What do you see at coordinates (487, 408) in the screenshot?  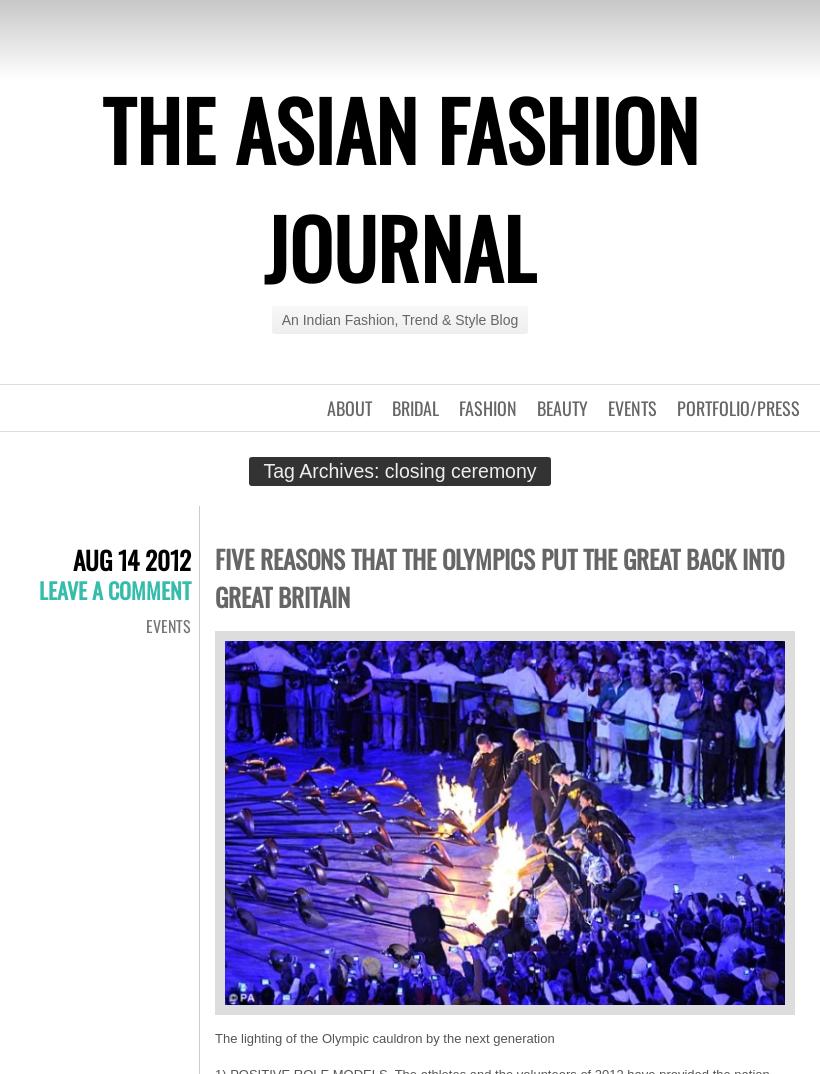 I see `'Fashion'` at bounding box center [487, 408].